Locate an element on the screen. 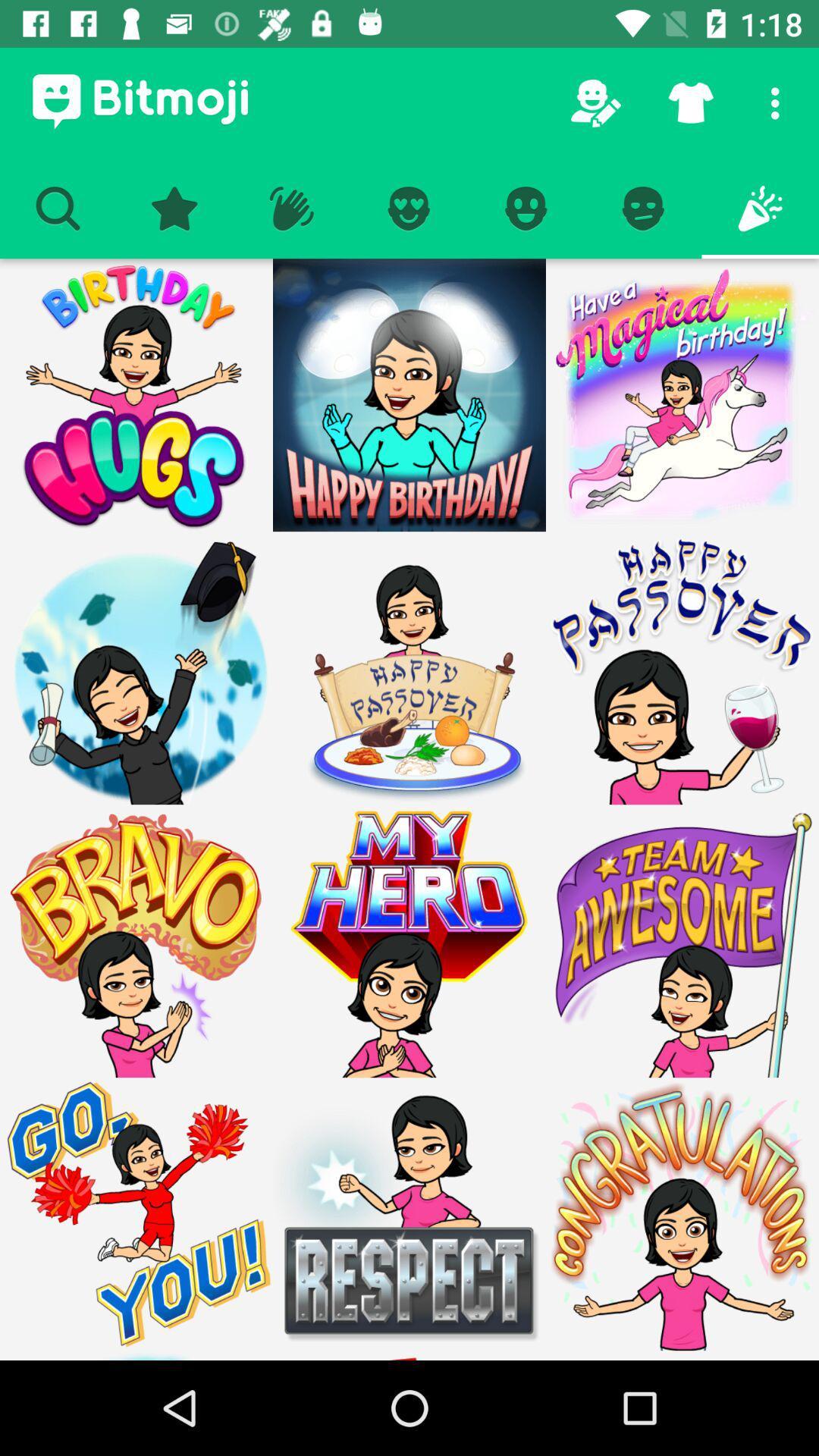 The width and height of the screenshot is (819, 1456). use selected emoji is located at coordinates (136, 395).